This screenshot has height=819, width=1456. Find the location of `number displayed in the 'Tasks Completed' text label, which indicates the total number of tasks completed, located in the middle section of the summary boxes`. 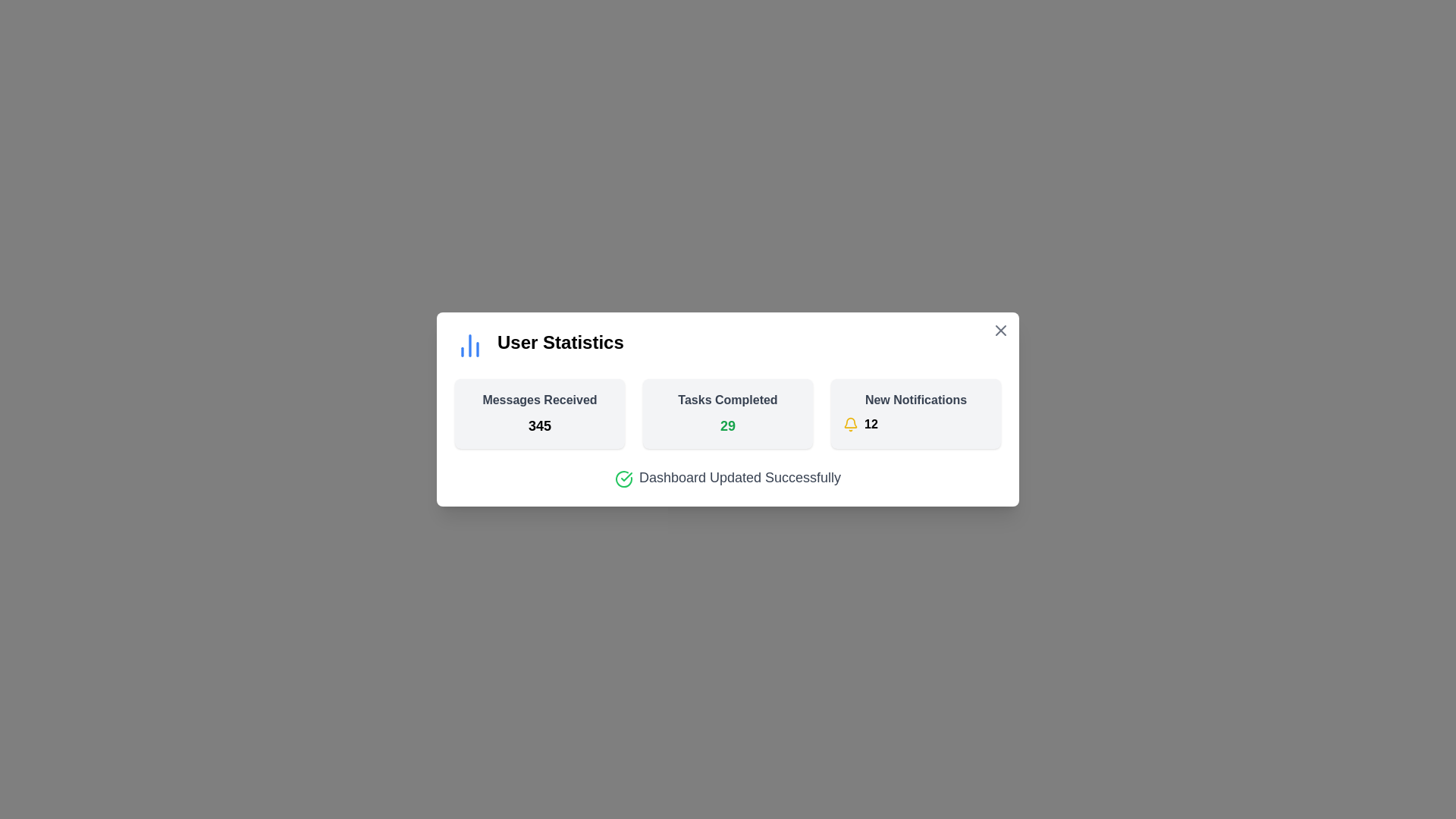

number displayed in the 'Tasks Completed' text label, which indicates the total number of tasks completed, located in the middle section of the summary boxes is located at coordinates (728, 426).